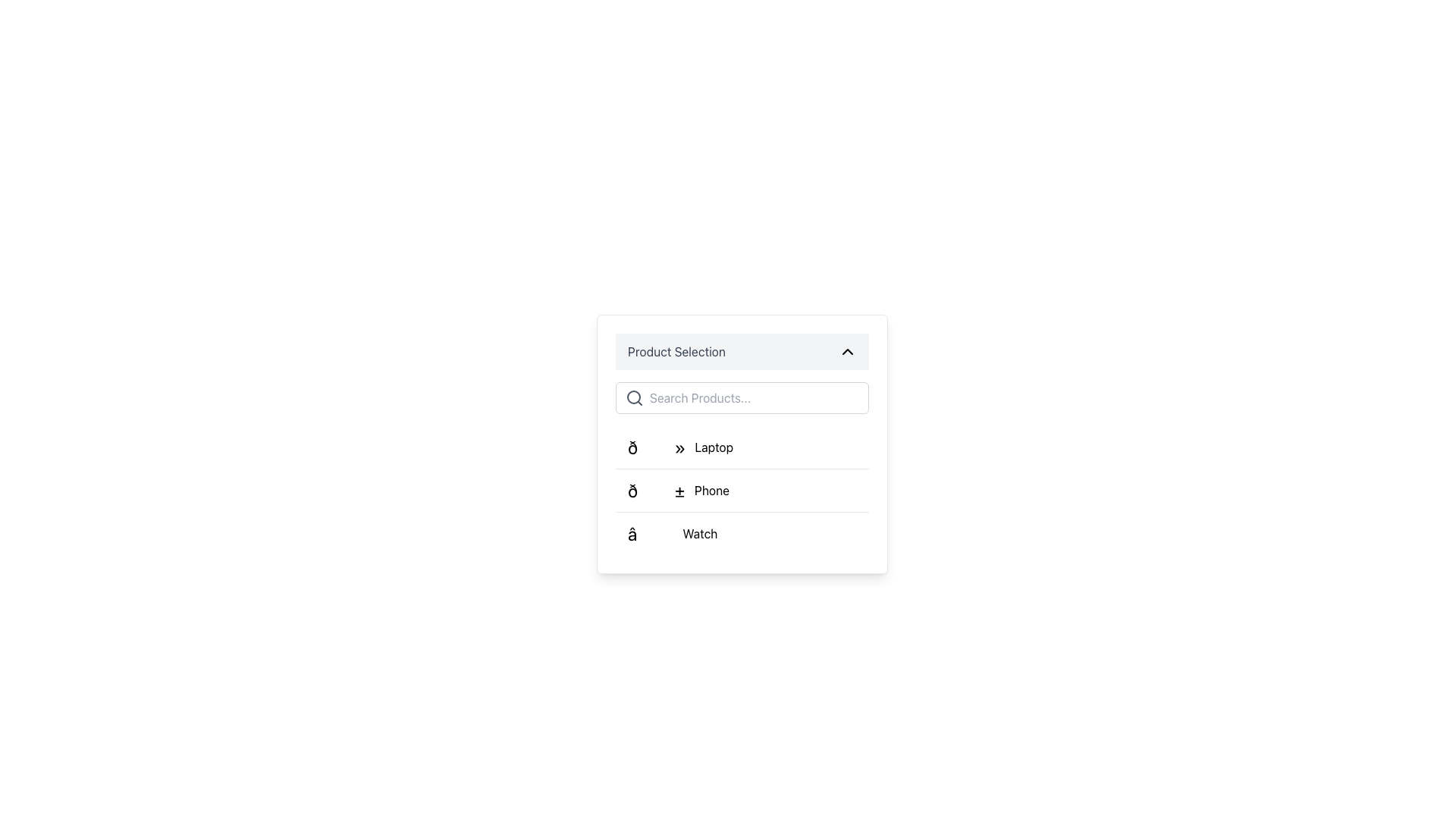 This screenshot has height=819, width=1456. Describe the element at coordinates (656, 447) in the screenshot. I see `the decorative icon representing the item 'Laptop', which is the first element in a dropdown-like menu located near the top left corner` at that location.